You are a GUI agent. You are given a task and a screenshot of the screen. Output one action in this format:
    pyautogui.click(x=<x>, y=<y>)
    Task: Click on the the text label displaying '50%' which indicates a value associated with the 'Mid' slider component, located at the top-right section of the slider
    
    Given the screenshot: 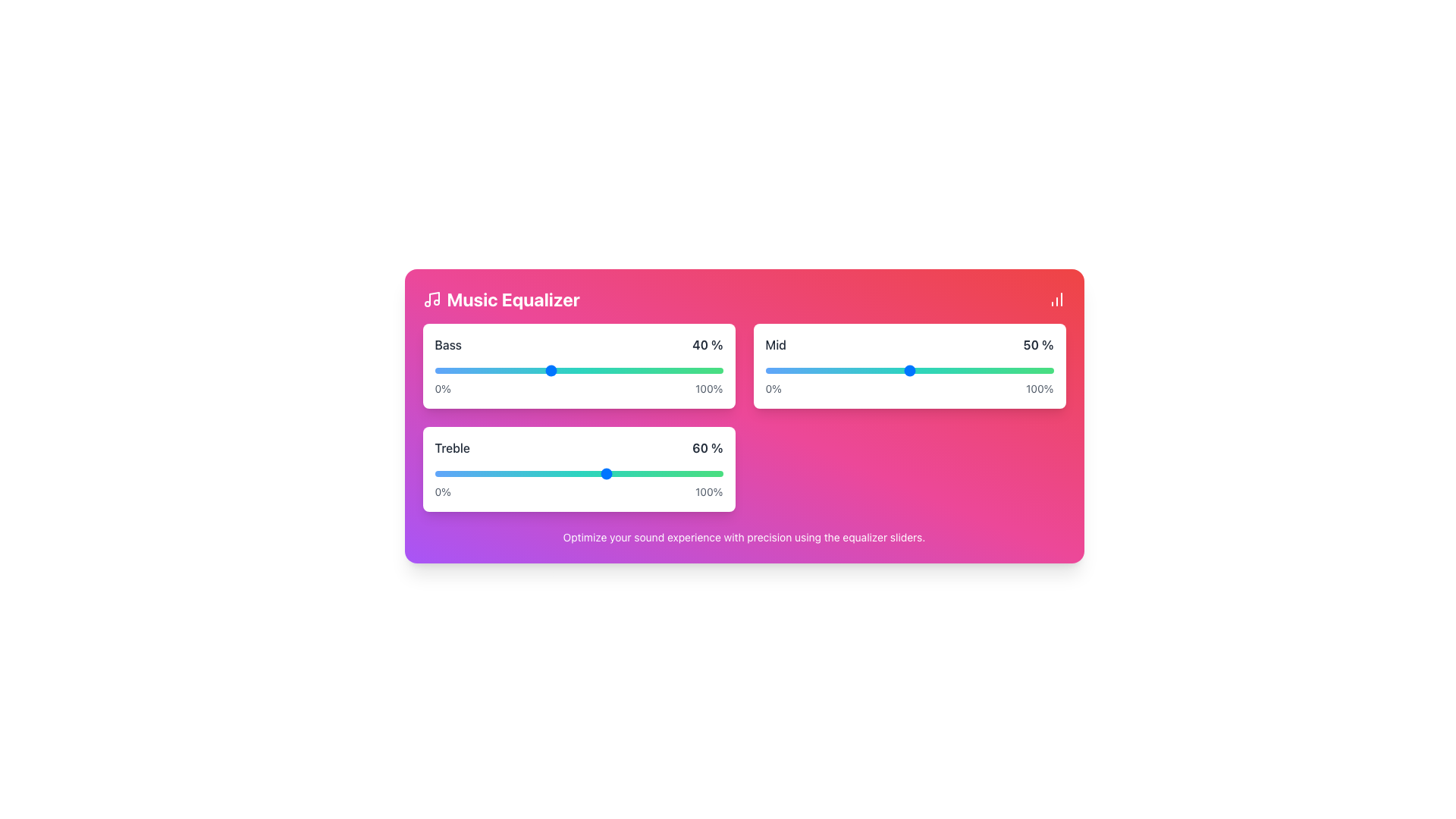 What is the action you would take?
    pyautogui.click(x=1037, y=345)
    